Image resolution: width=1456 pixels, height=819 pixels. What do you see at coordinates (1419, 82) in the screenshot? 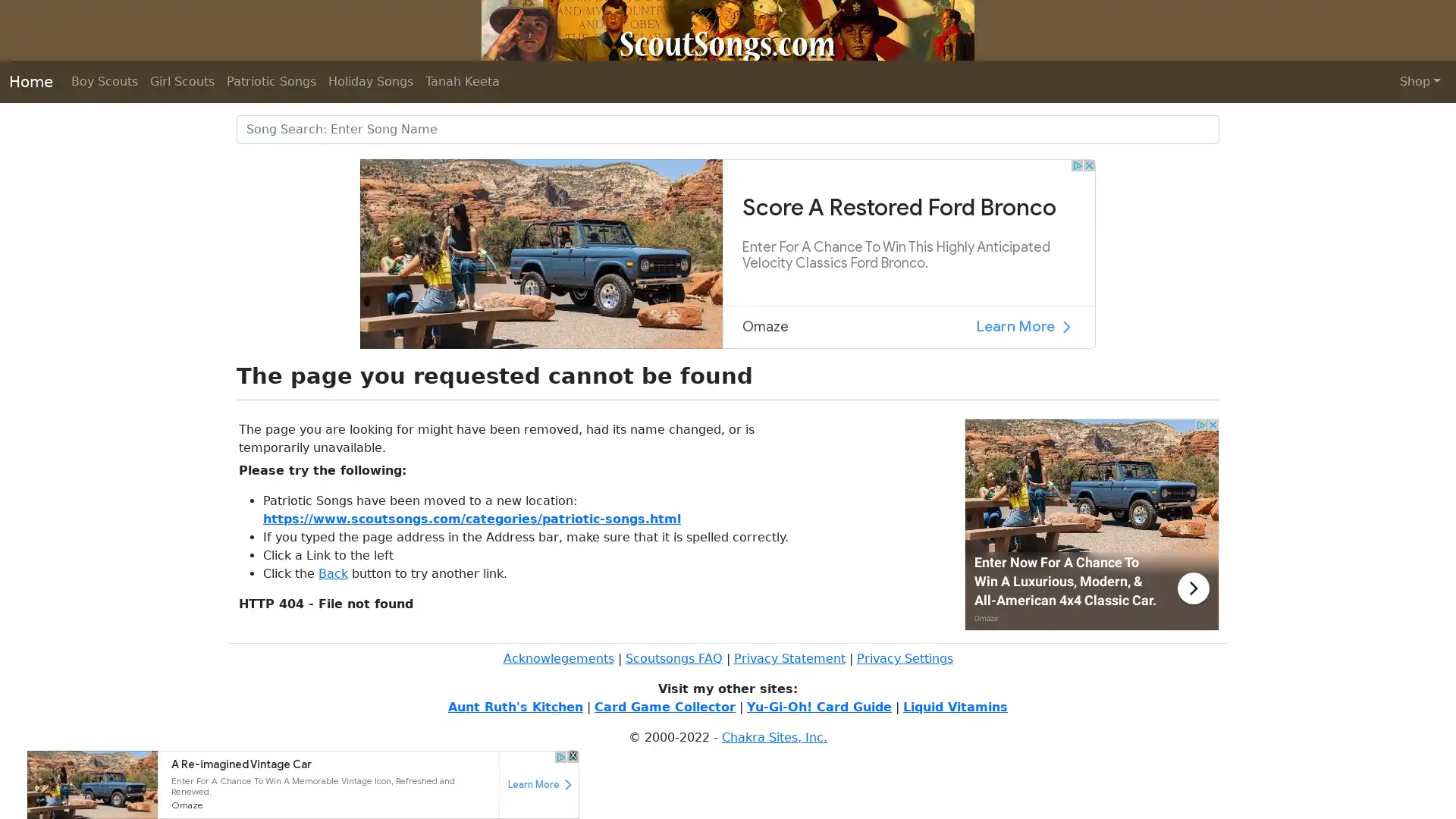
I see `Shop` at bounding box center [1419, 82].